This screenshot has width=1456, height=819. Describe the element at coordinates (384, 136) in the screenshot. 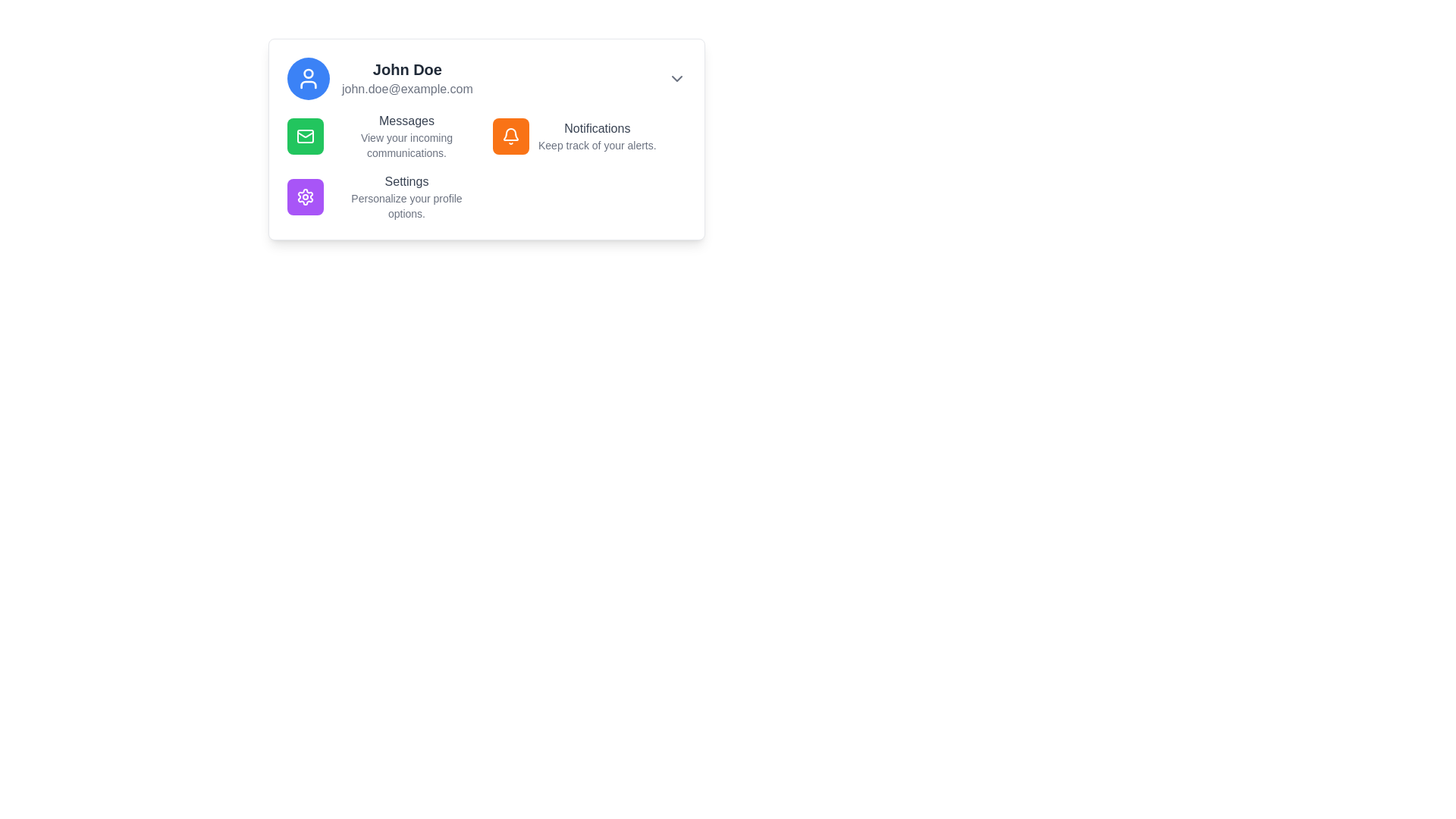

I see `the 'Messages' interactive navigation item, which features a green envelope icon and text indicating incoming communications` at that location.